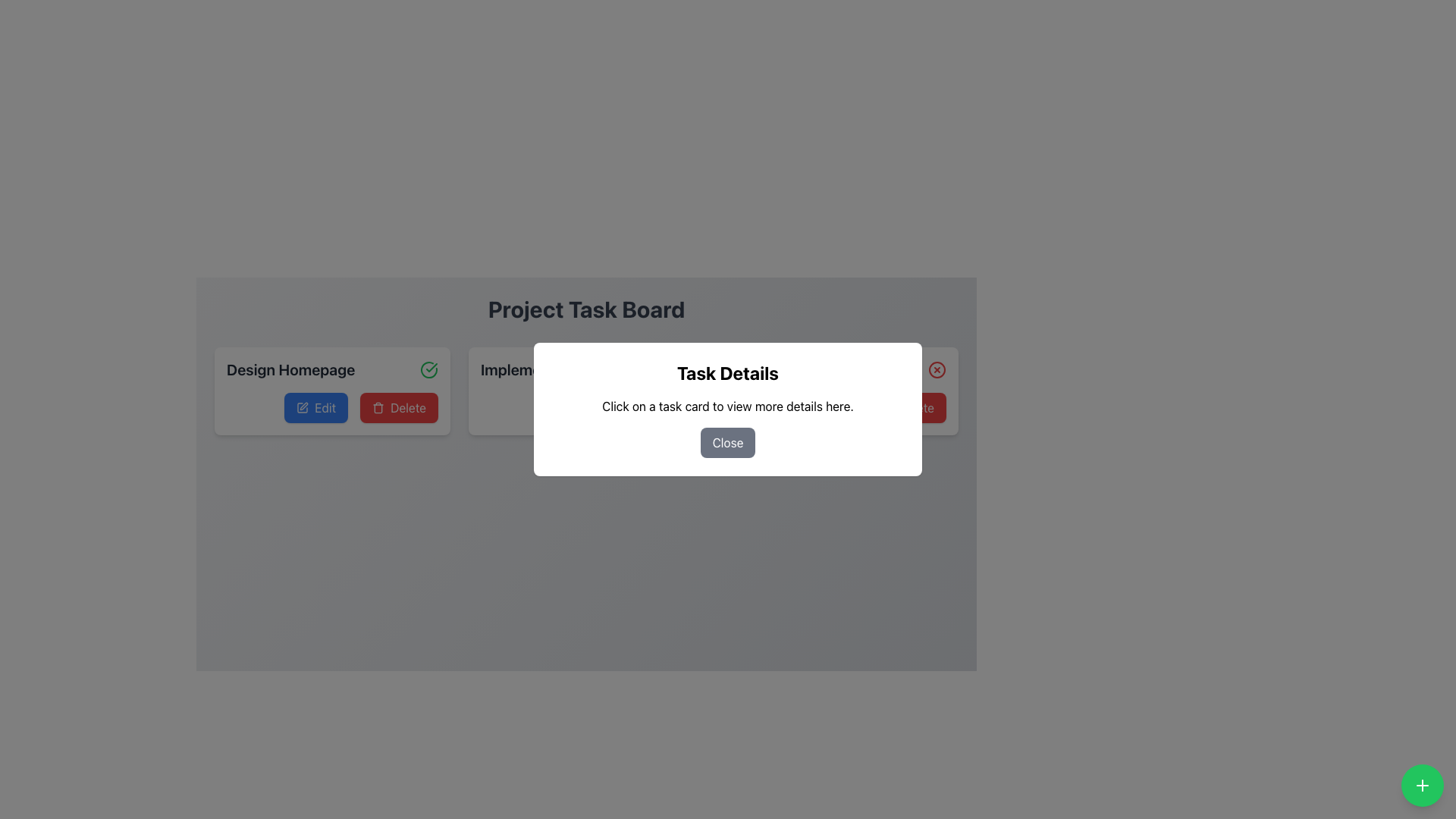 This screenshot has height=819, width=1456. Describe the element at coordinates (331, 370) in the screenshot. I see `the task title element marked as completed, which is the first item in a white card with rounded corners, featuring a green checkmark icon adjacent to it` at that location.